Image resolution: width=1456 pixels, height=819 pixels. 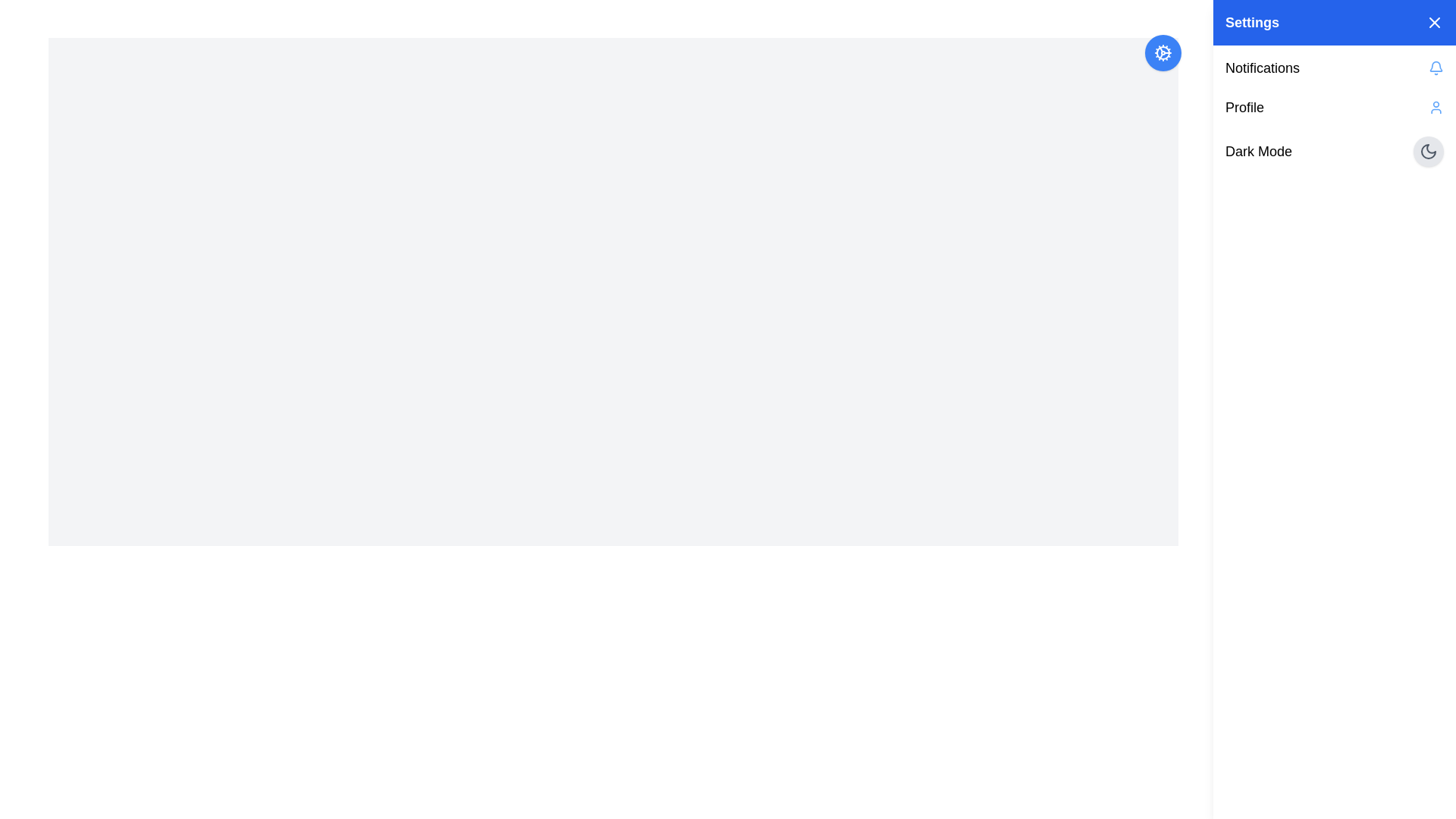 What do you see at coordinates (1427, 152) in the screenshot?
I see `the dark mode toggle button located to the far right of the 'Dark Mode' text label in the settings menu` at bounding box center [1427, 152].